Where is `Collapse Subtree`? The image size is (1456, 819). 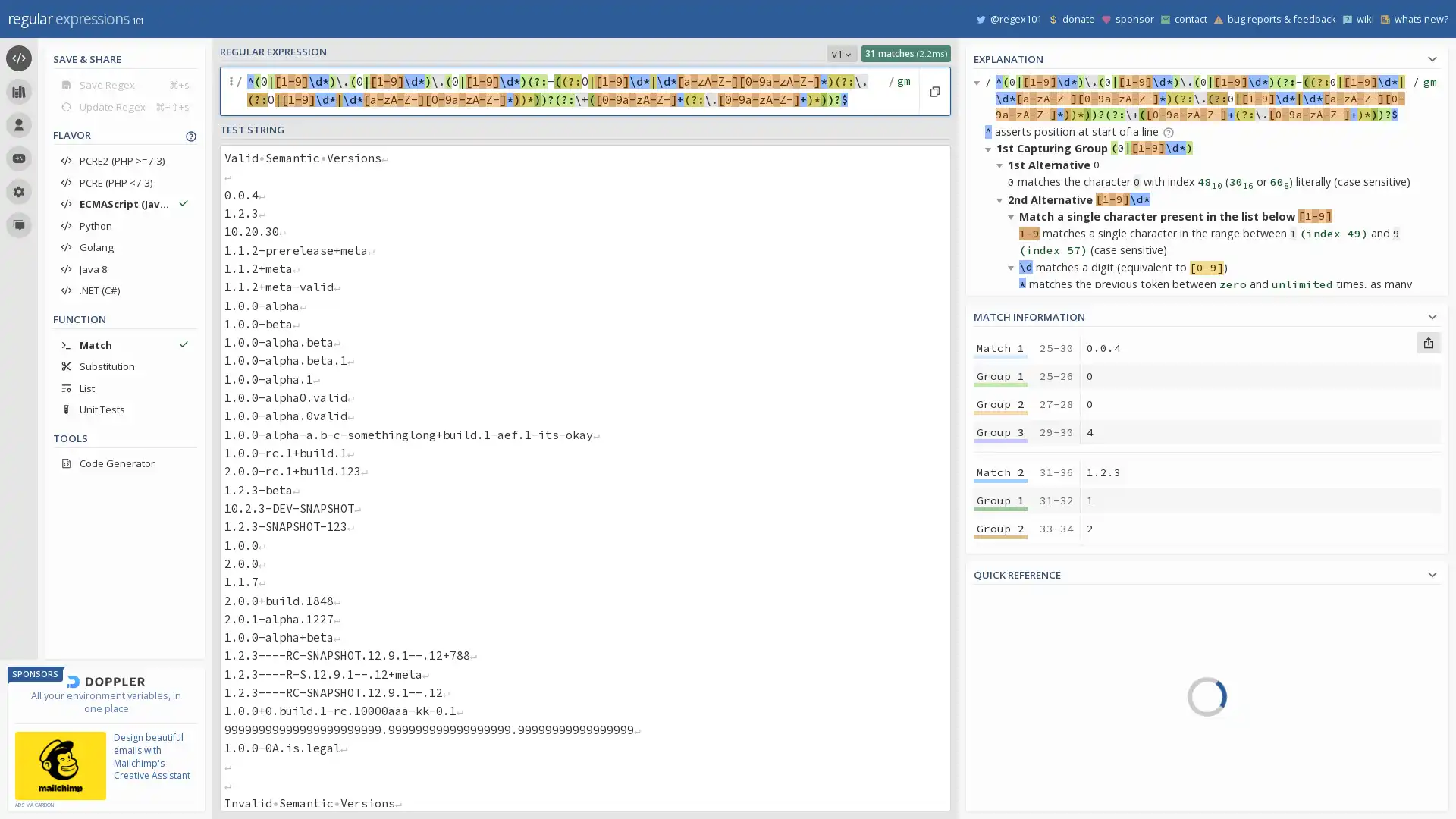
Collapse Subtree is located at coordinates (1002, 165).